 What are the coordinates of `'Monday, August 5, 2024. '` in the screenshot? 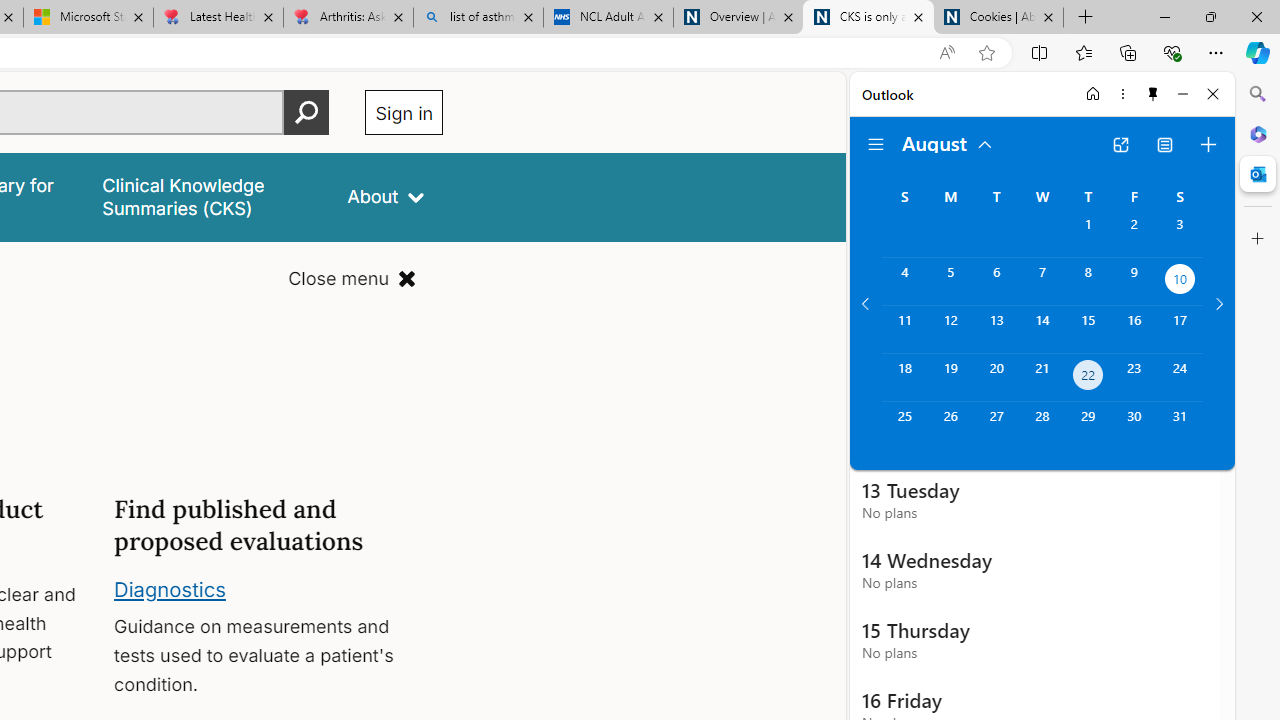 It's located at (949, 281).